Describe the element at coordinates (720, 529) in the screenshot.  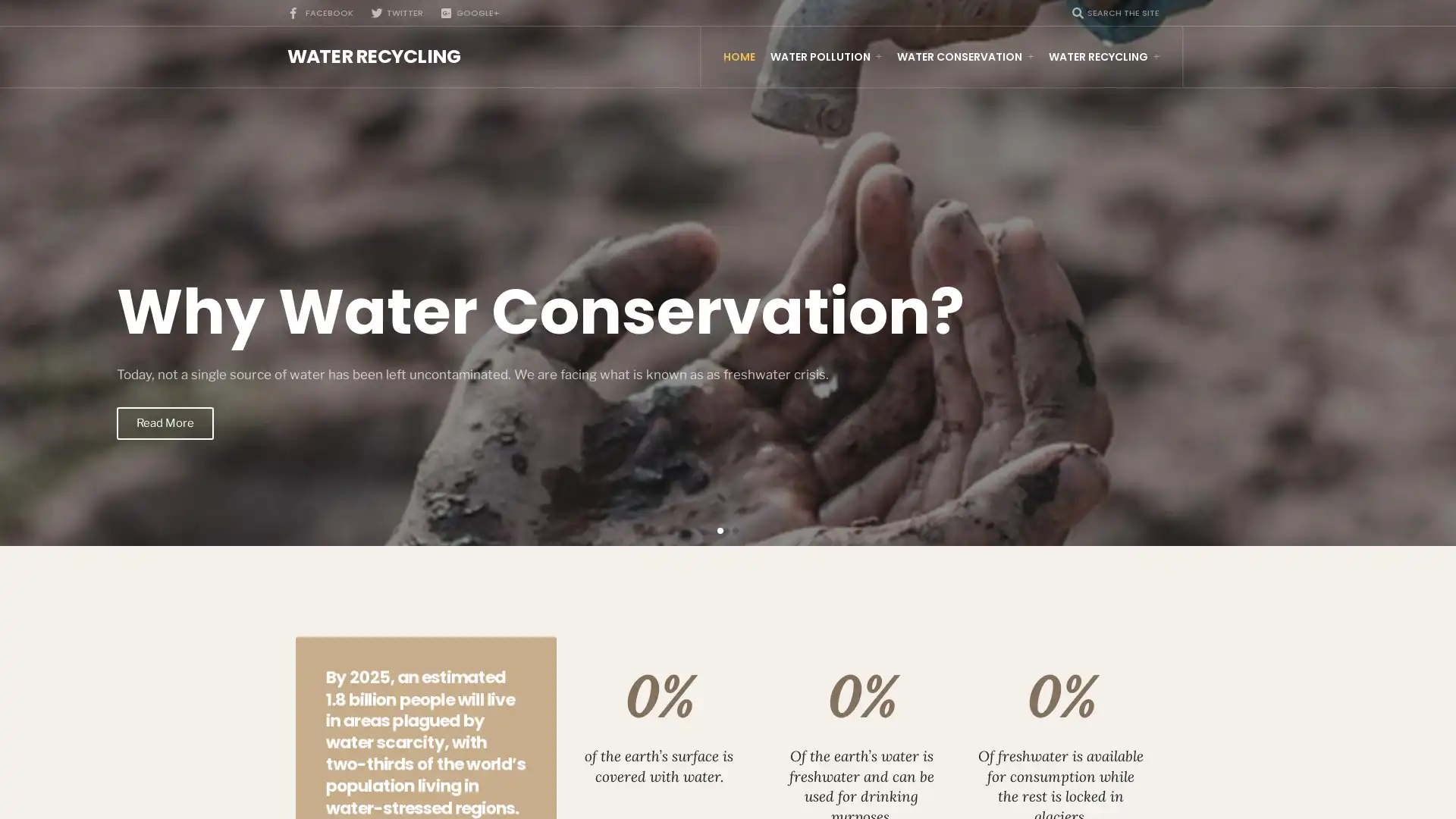
I see `Go to slide 1` at that location.